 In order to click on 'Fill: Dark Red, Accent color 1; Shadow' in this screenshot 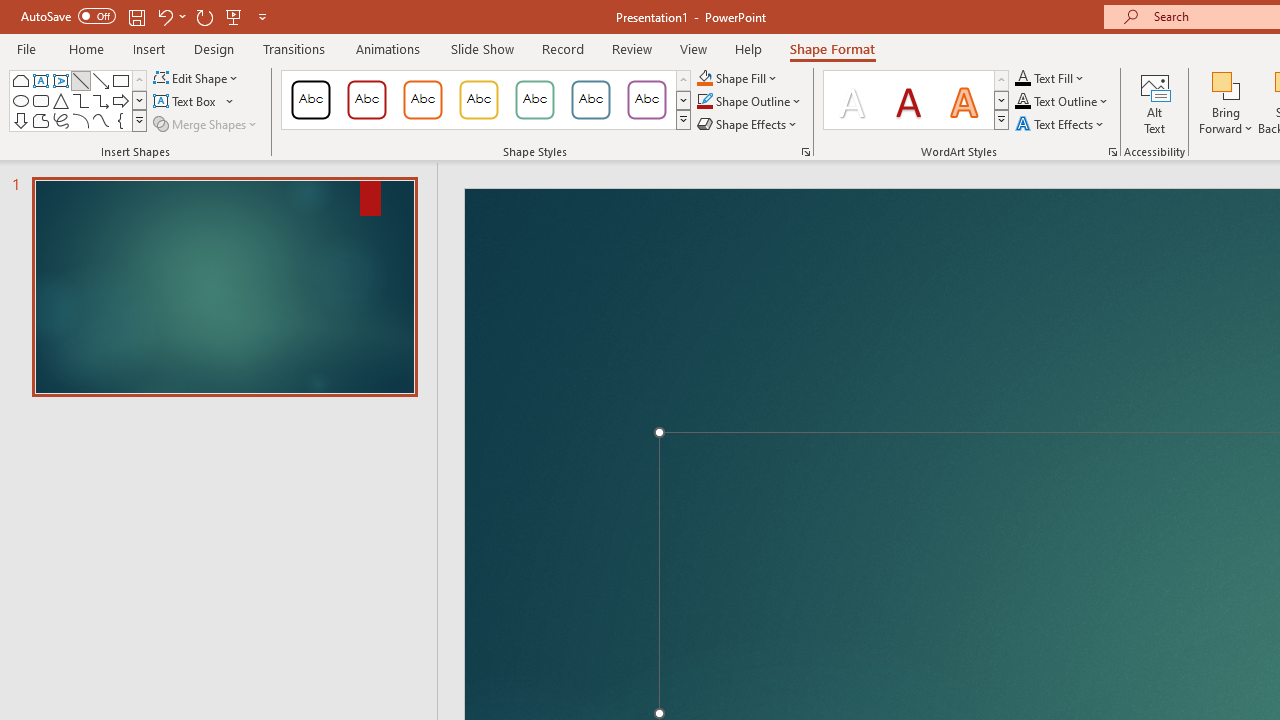, I will do `click(907, 100)`.